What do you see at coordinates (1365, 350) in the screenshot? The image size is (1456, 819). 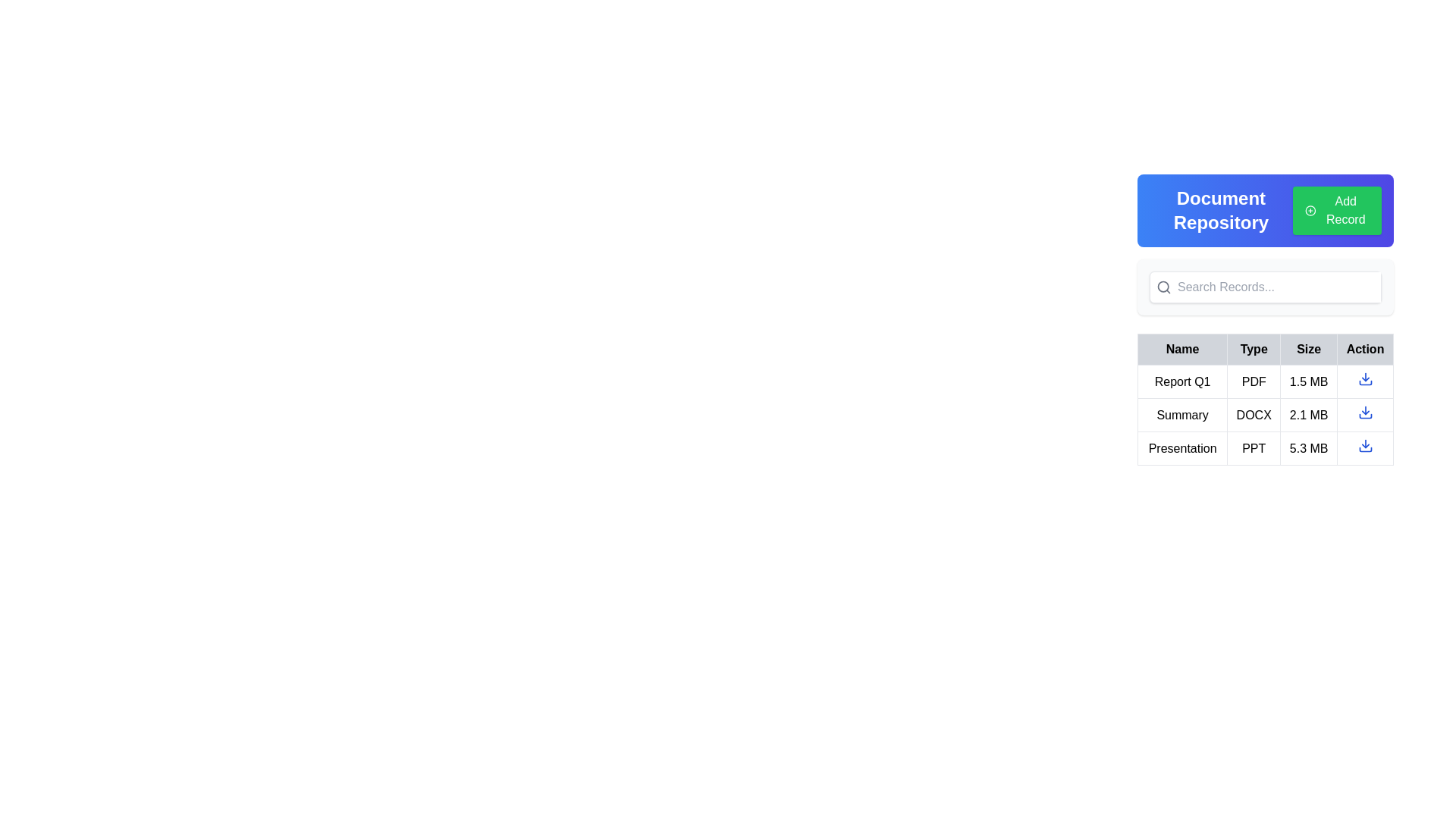 I see `the 'Action' text label element, which is the fourth column header in a grid layout, displaying bold black text on a light gray background` at bounding box center [1365, 350].